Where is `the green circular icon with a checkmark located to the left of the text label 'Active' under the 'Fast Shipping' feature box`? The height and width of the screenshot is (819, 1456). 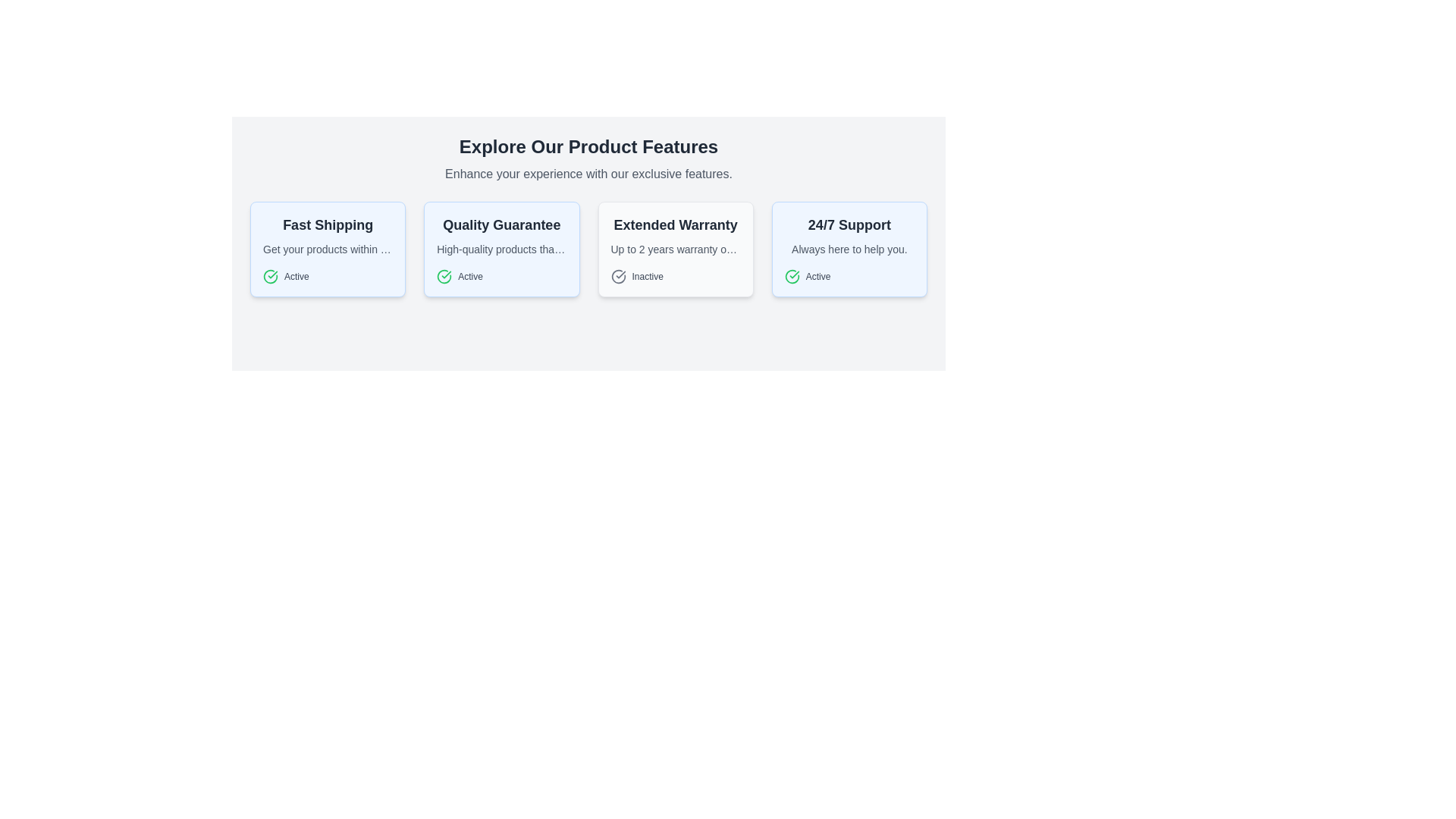 the green circular icon with a checkmark located to the left of the text label 'Active' under the 'Fast Shipping' feature box is located at coordinates (270, 277).